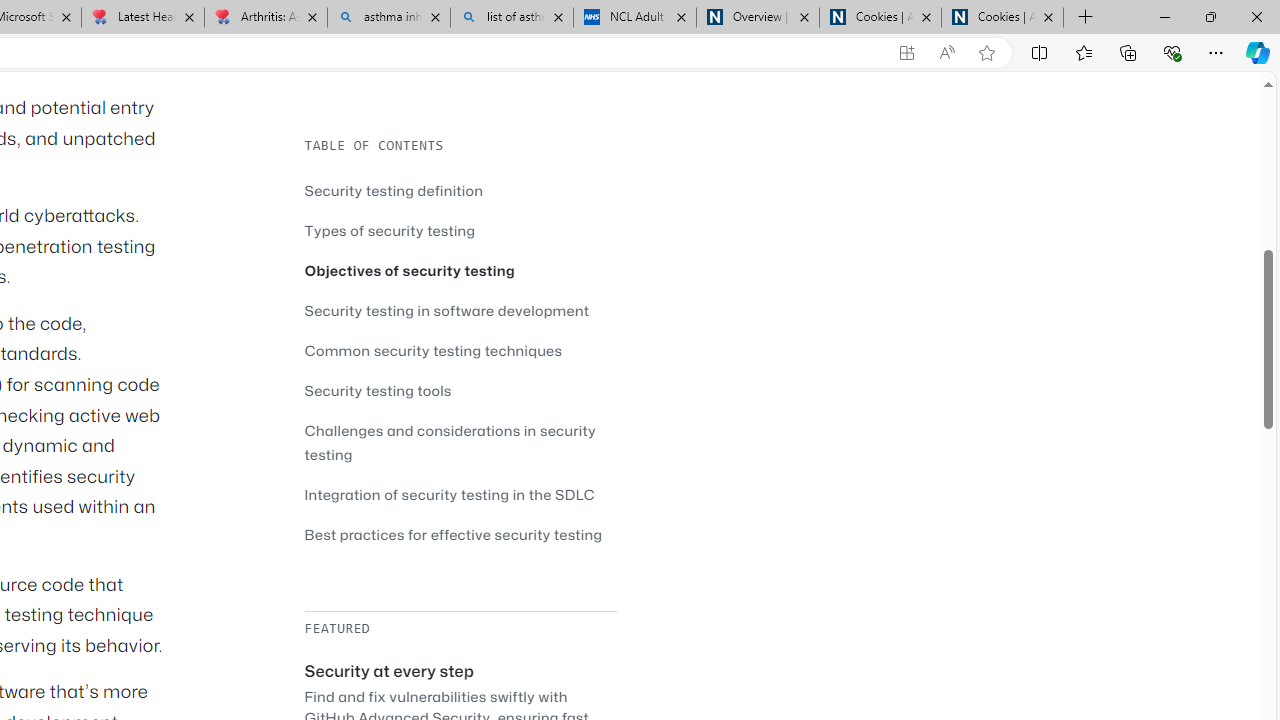  What do you see at coordinates (390, 229) in the screenshot?
I see `'Types of security testing'` at bounding box center [390, 229].